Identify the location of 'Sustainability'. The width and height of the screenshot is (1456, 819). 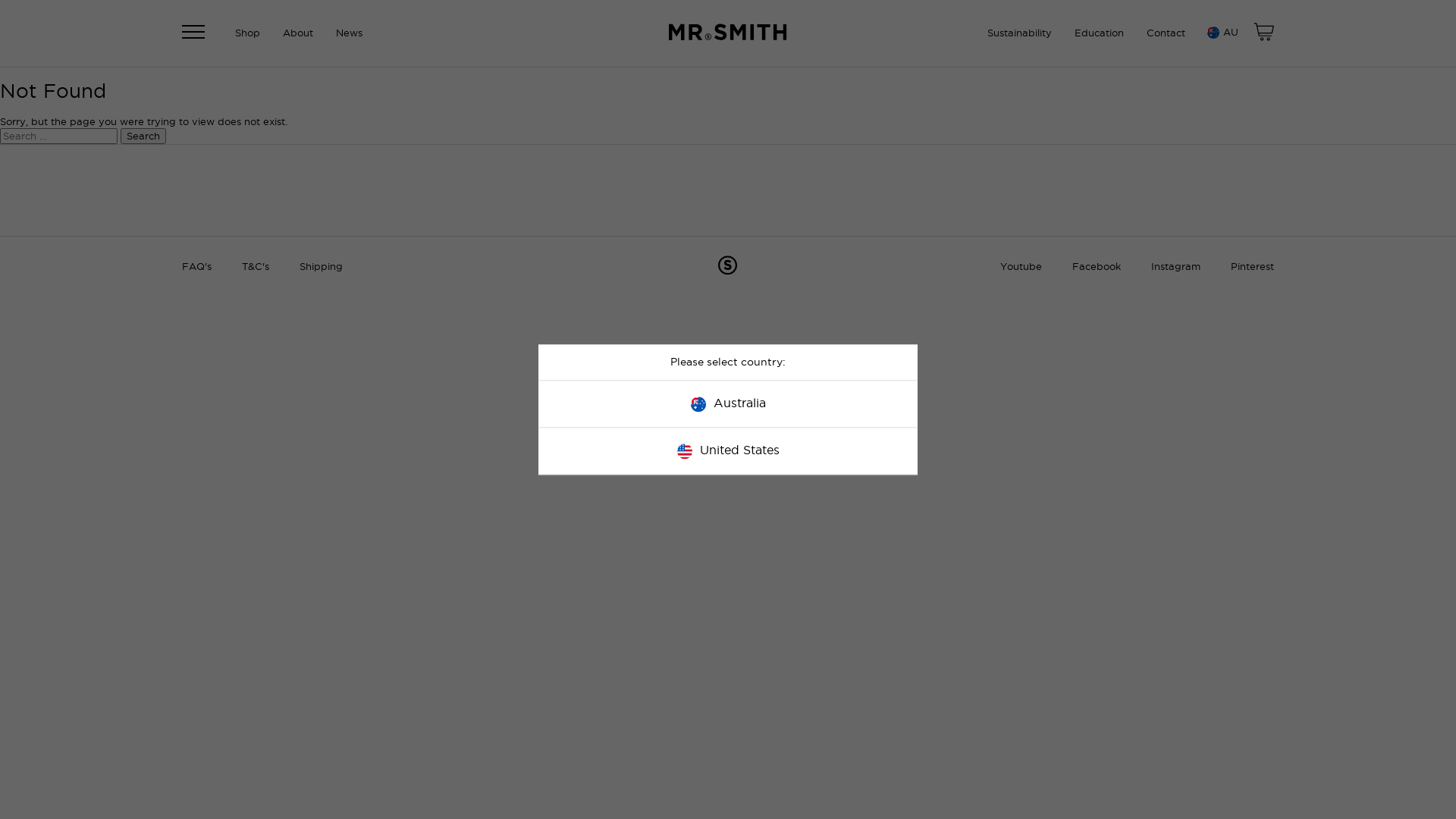
(1019, 33).